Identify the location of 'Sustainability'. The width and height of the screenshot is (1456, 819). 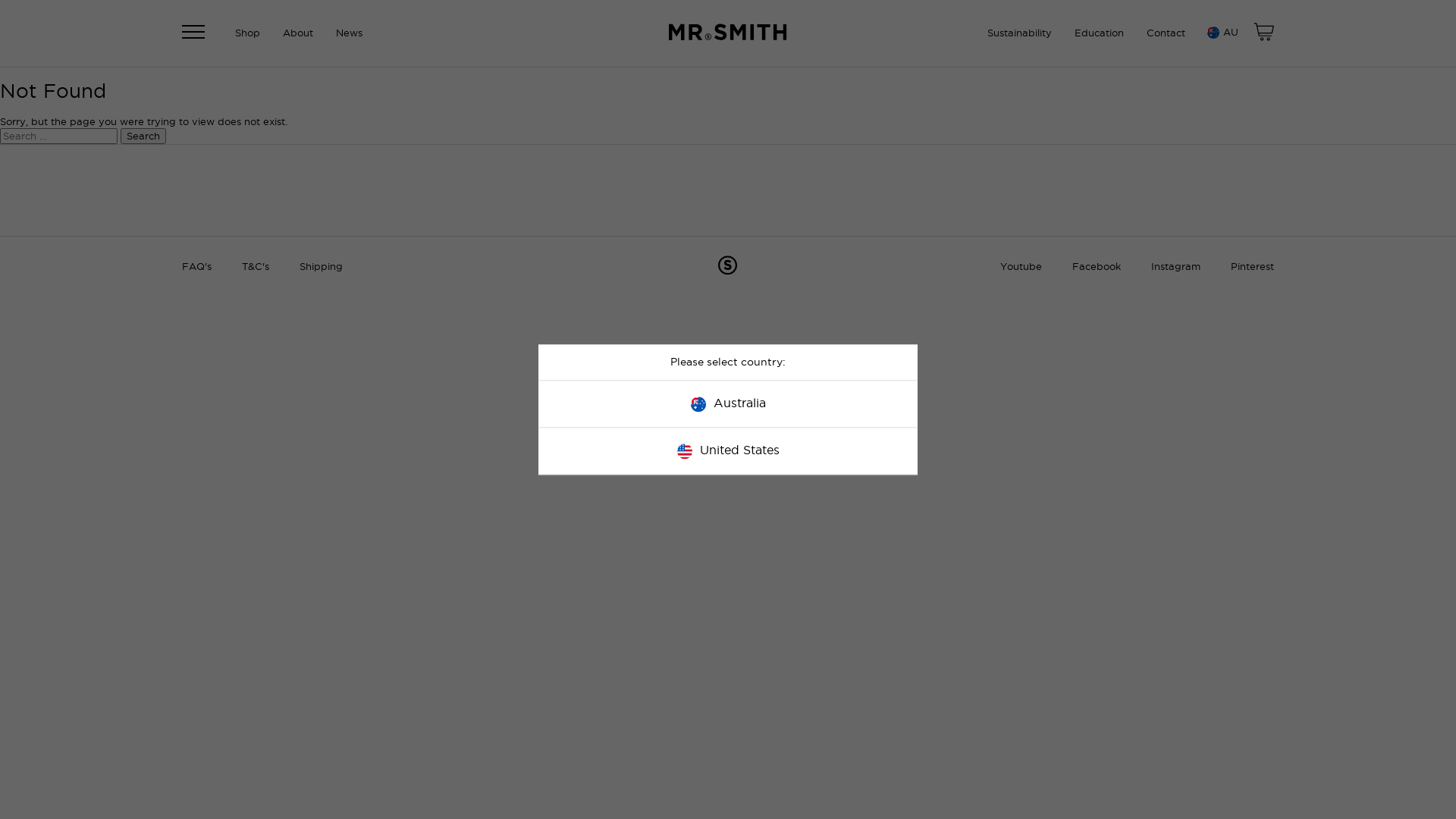
(1019, 33).